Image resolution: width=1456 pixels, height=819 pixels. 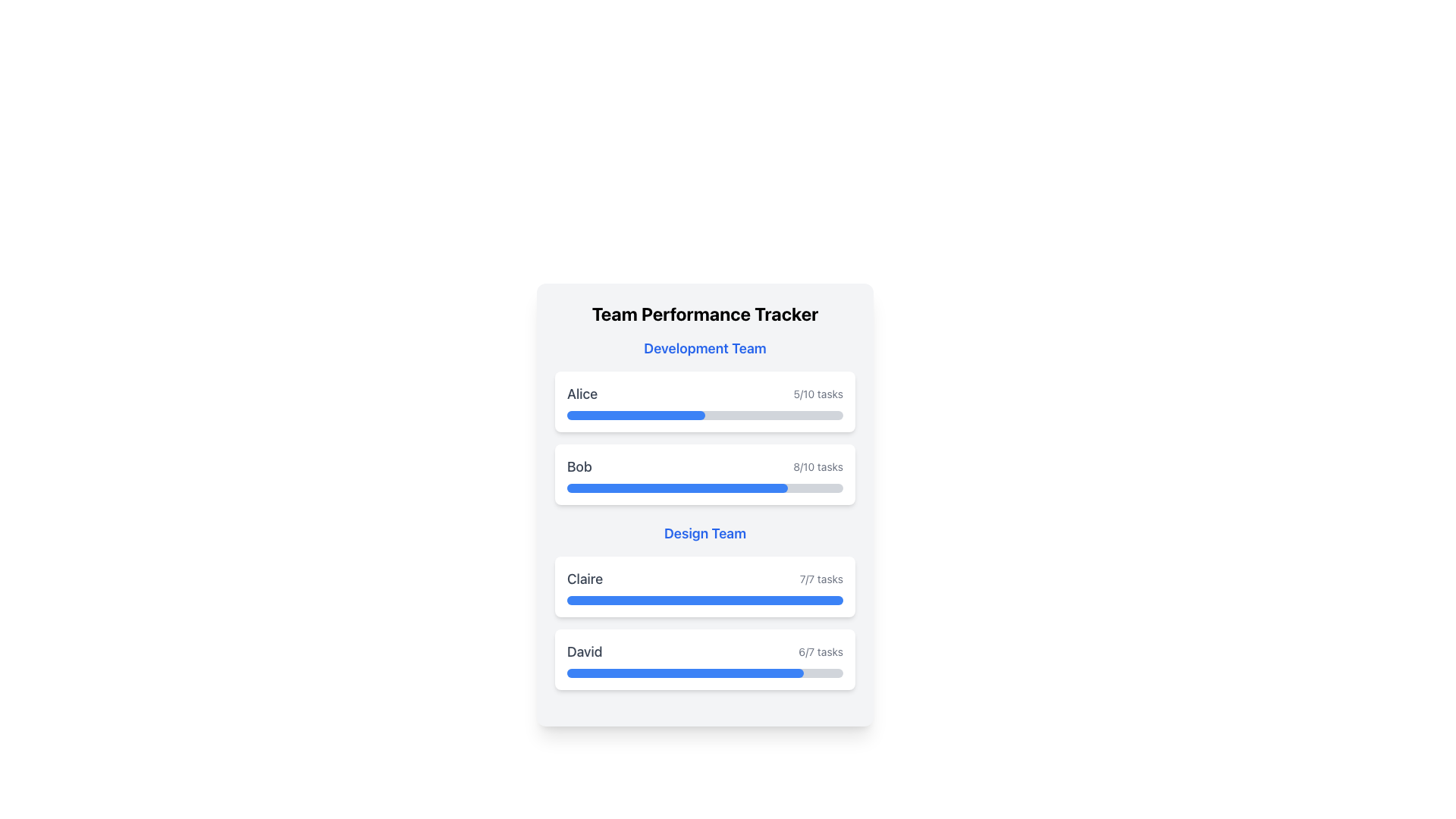 What do you see at coordinates (820, 651) in the screenshot?
I see `the informational text label displaying task progress for 'David' in the 'Design Team' section of the performance tracker interface` at bounding box center [820, 651].